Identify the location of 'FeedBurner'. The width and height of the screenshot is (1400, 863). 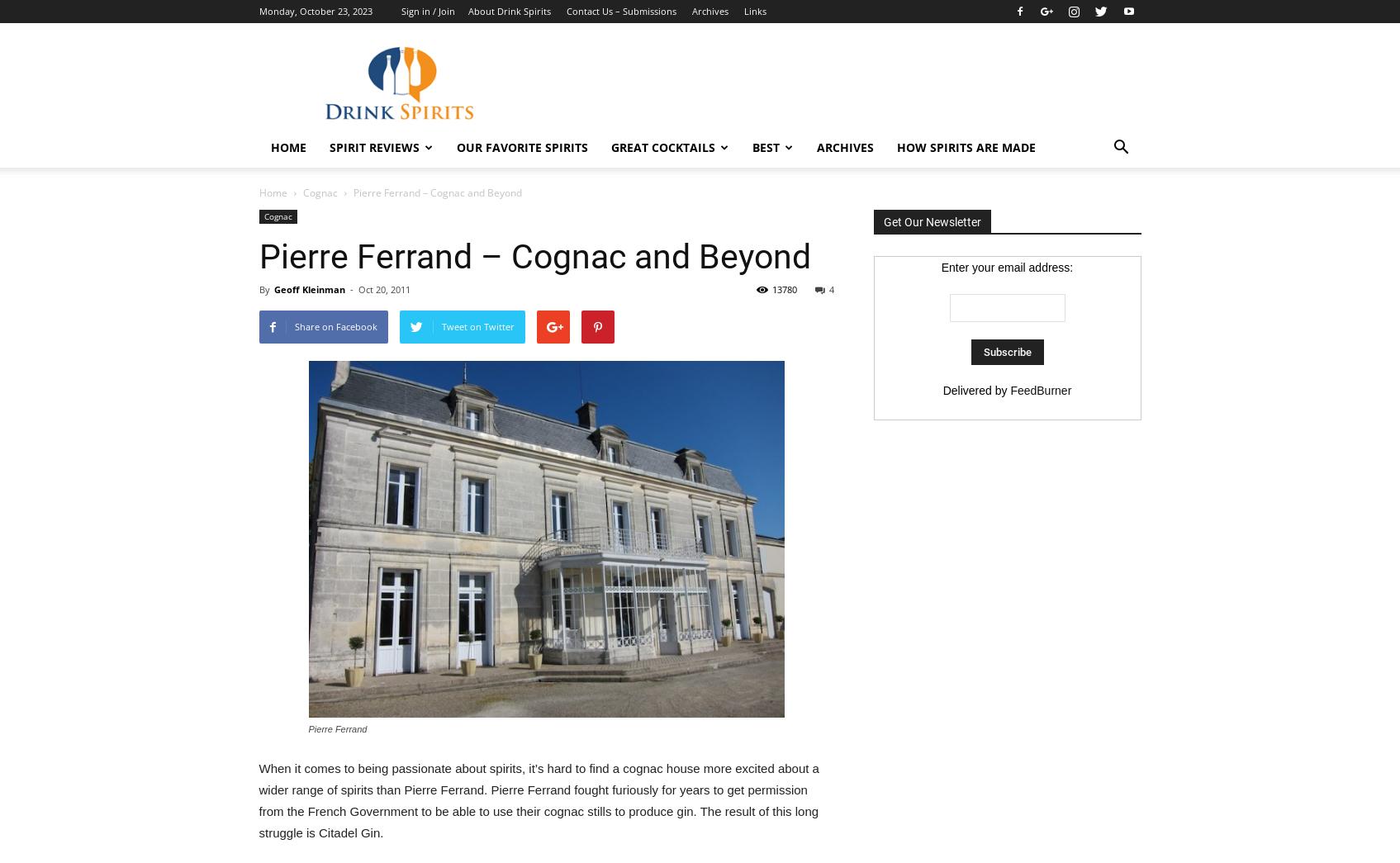
(1040, 389).